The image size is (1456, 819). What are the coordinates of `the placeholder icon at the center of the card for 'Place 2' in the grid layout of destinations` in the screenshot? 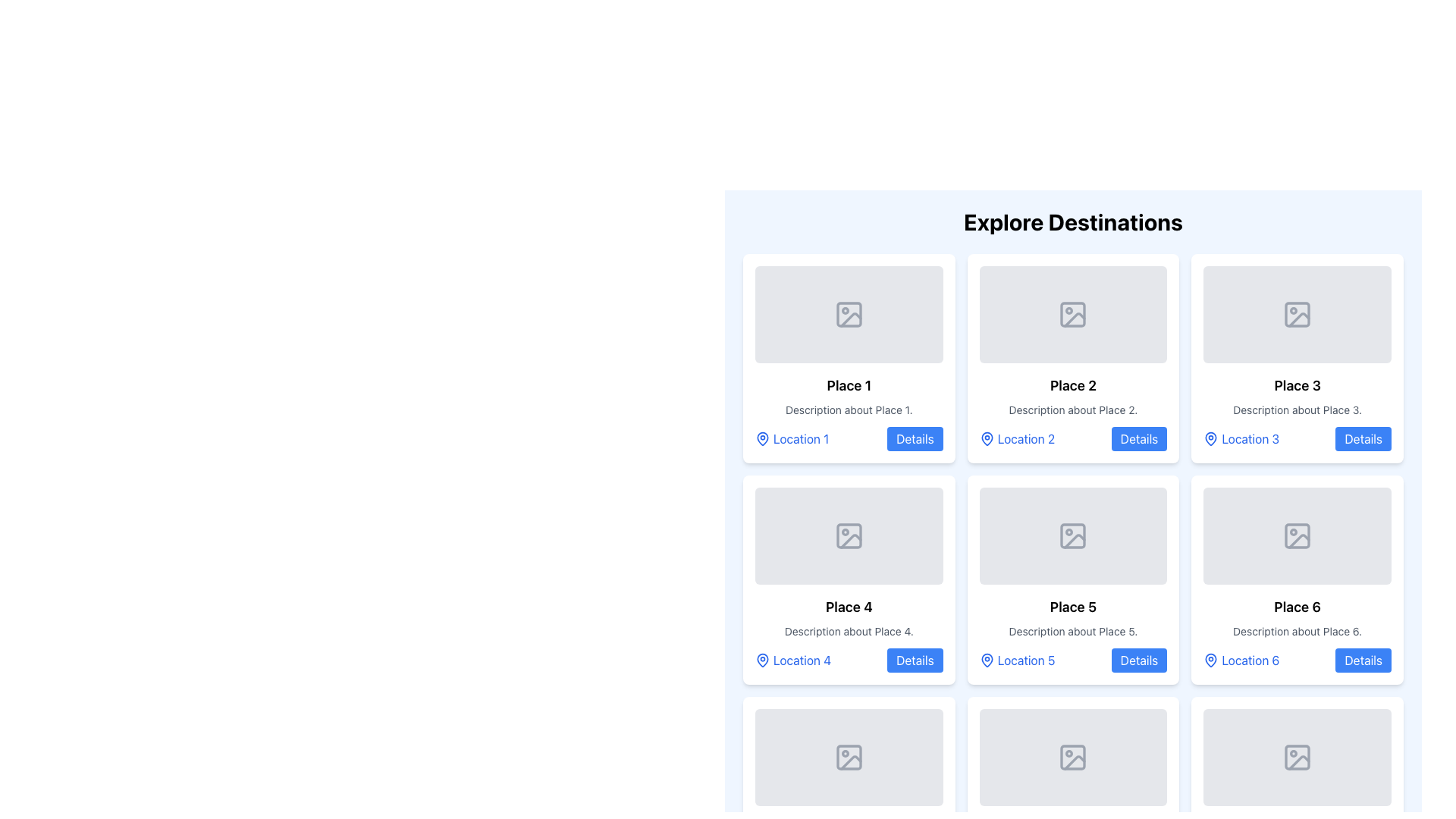 It's located at (1072, 314).